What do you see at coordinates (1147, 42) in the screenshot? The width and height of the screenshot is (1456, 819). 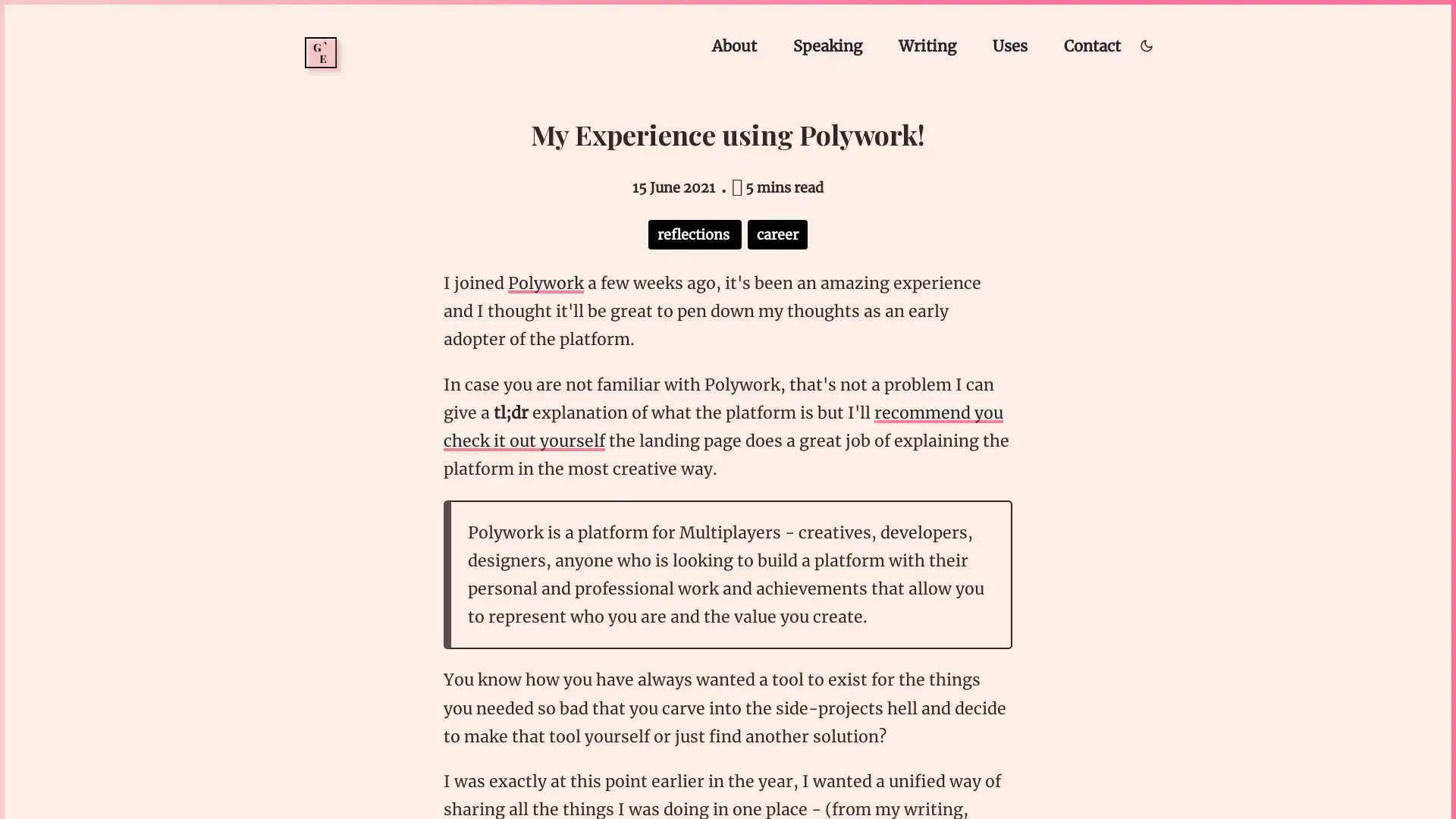 I see `Toggle dark/light` at bounding box center [1147, 42].